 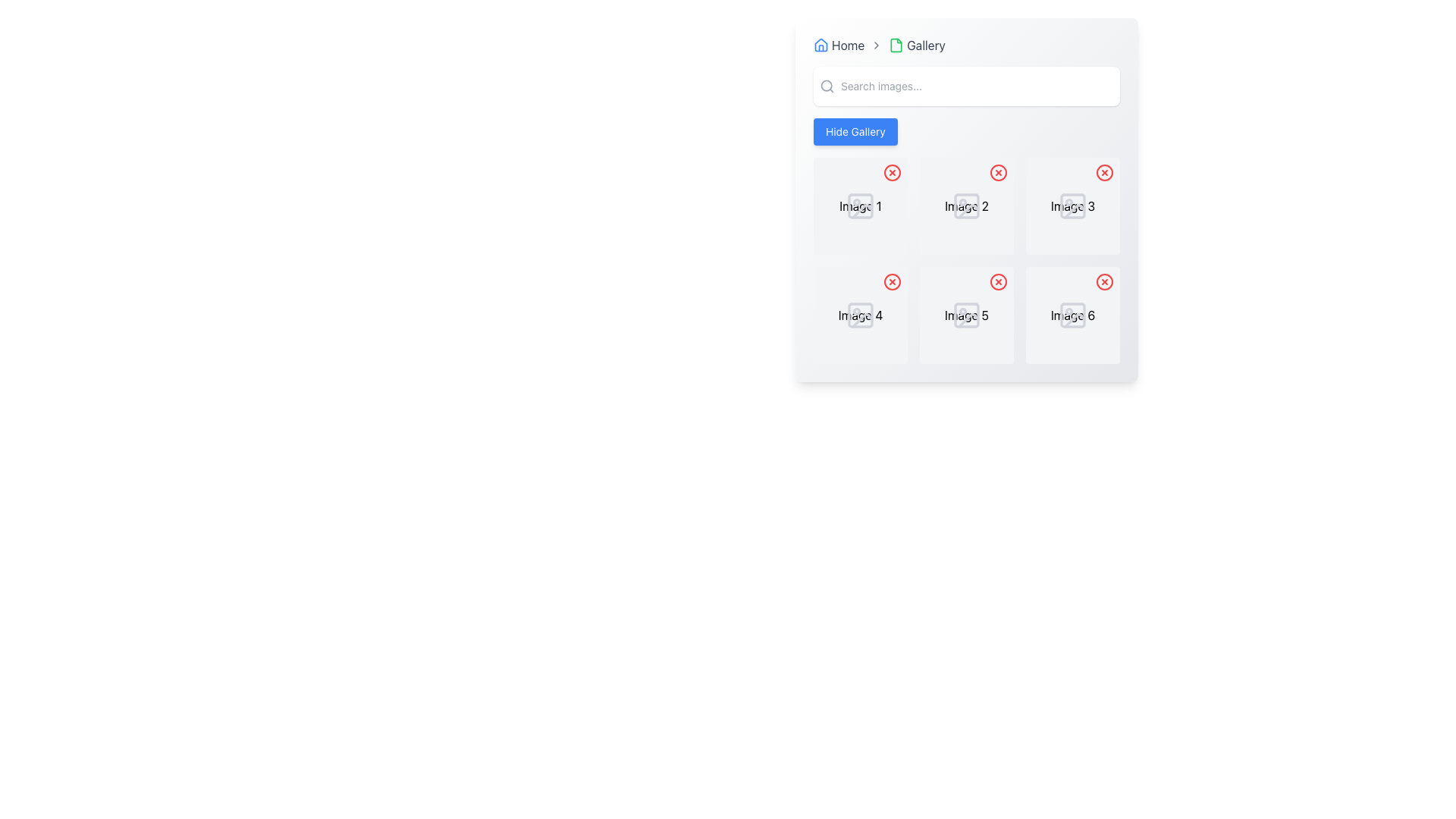 What do you see at coordinates (860, 206) in the screenshot?
I see `SVG graphic element located in the upper-left corner of the grid of image placeholders by clicking on it` at bounding box center [860, 206].